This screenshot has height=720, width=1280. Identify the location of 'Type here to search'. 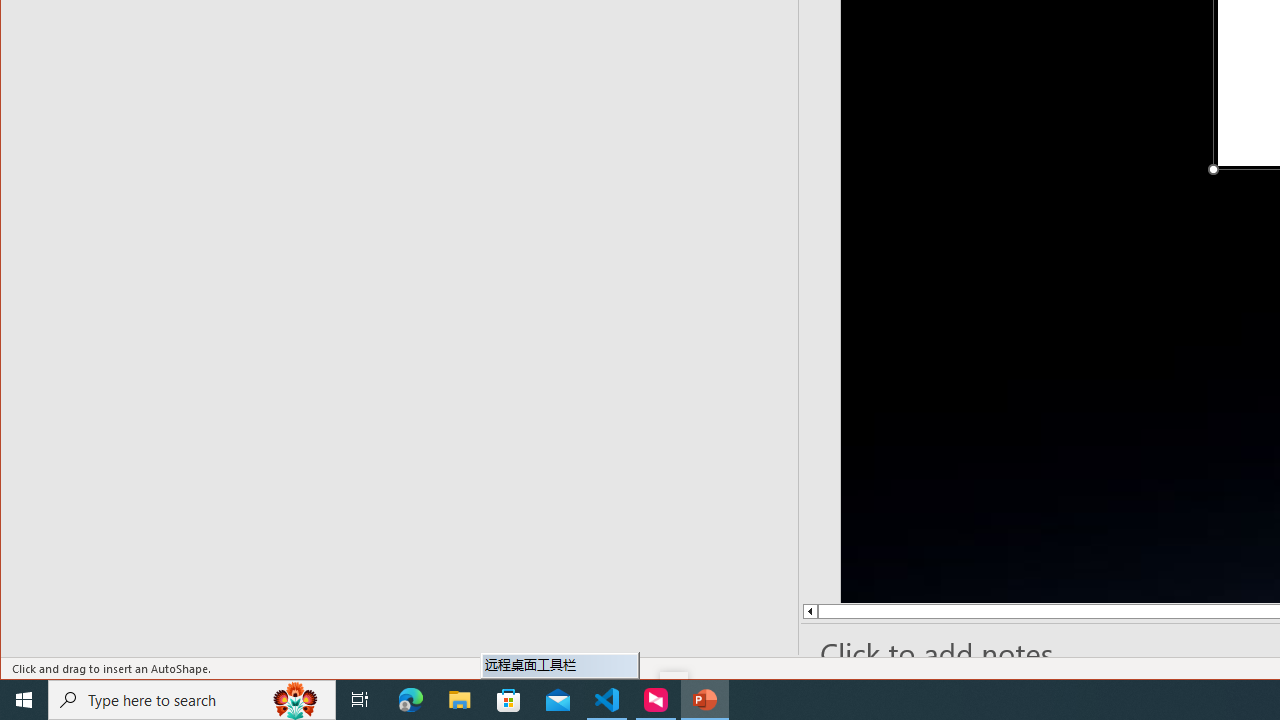
(192, 698).